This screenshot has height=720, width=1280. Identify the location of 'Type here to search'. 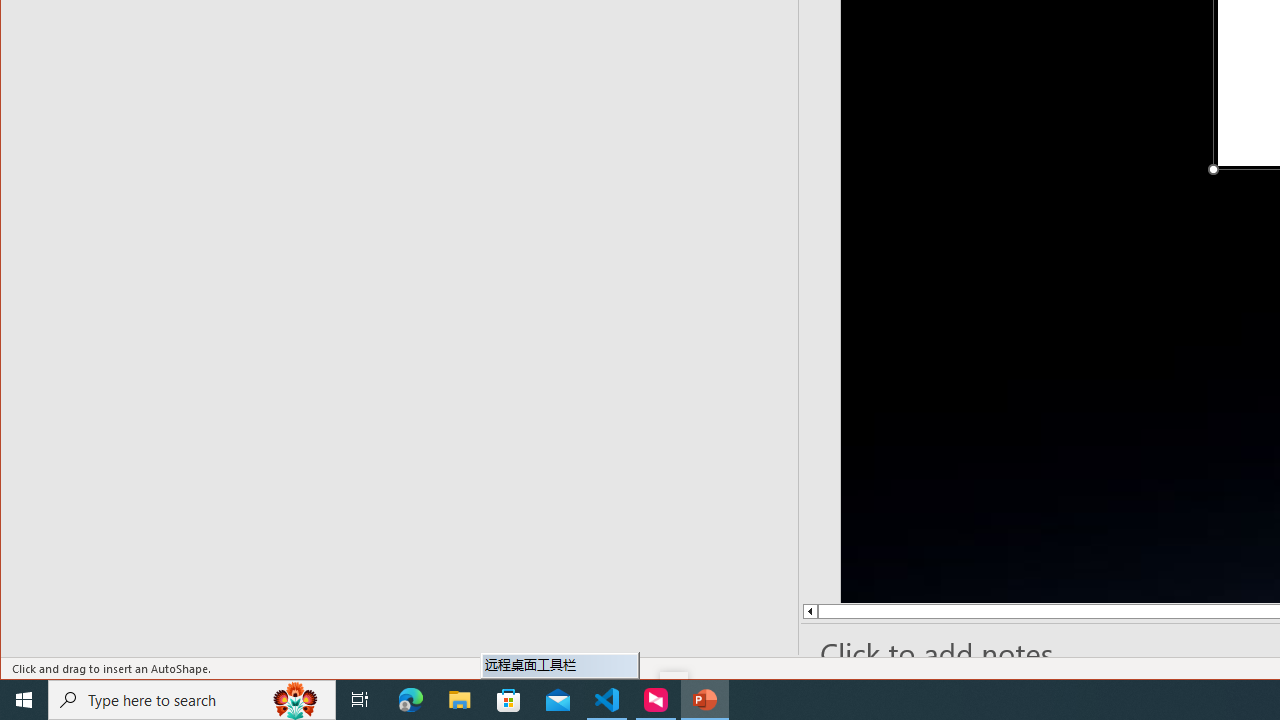
(192, 698).